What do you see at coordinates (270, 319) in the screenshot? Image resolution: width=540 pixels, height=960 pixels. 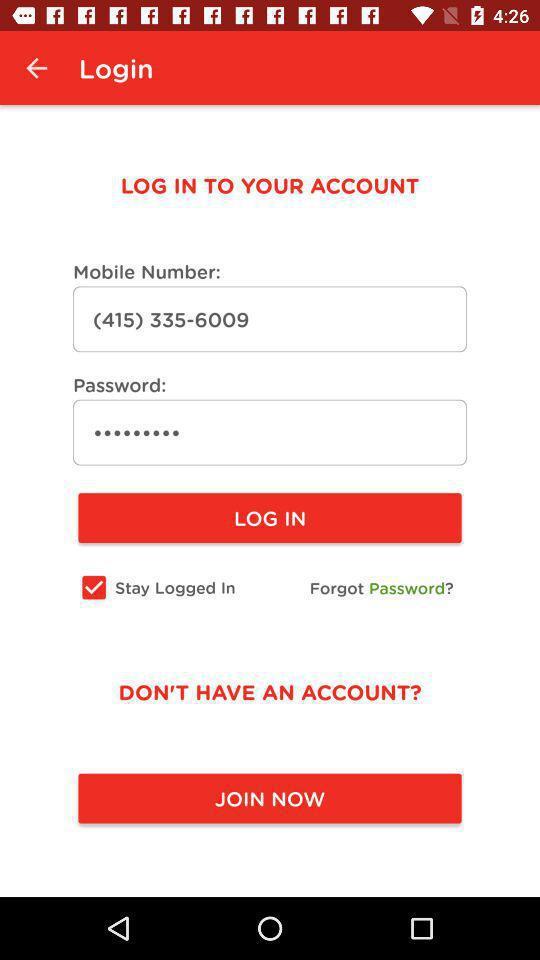 I see `the text box which says mobile number` at bounding box center [270, 319].